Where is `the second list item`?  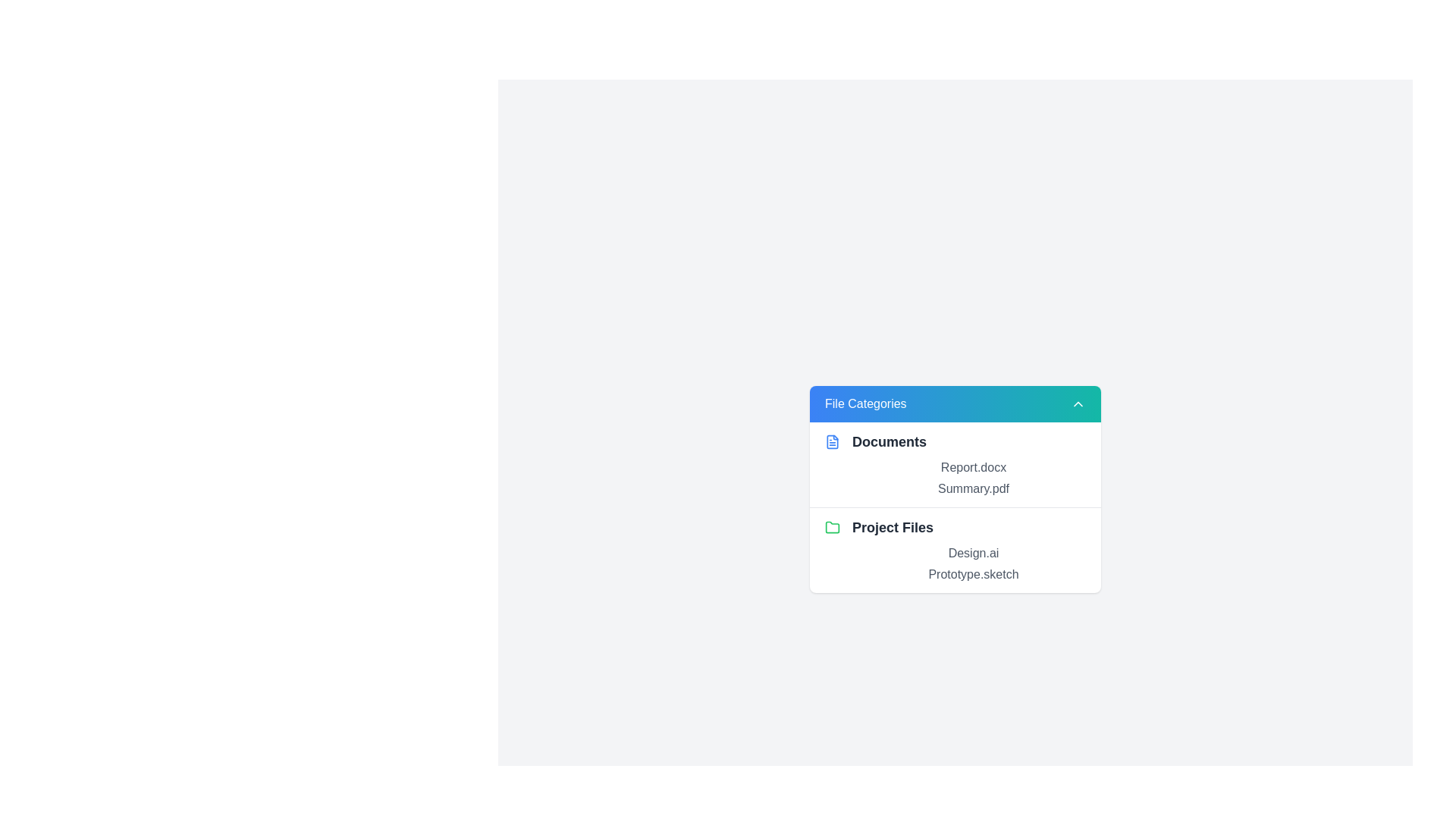 the second list item is located at coordinates (954, 526).